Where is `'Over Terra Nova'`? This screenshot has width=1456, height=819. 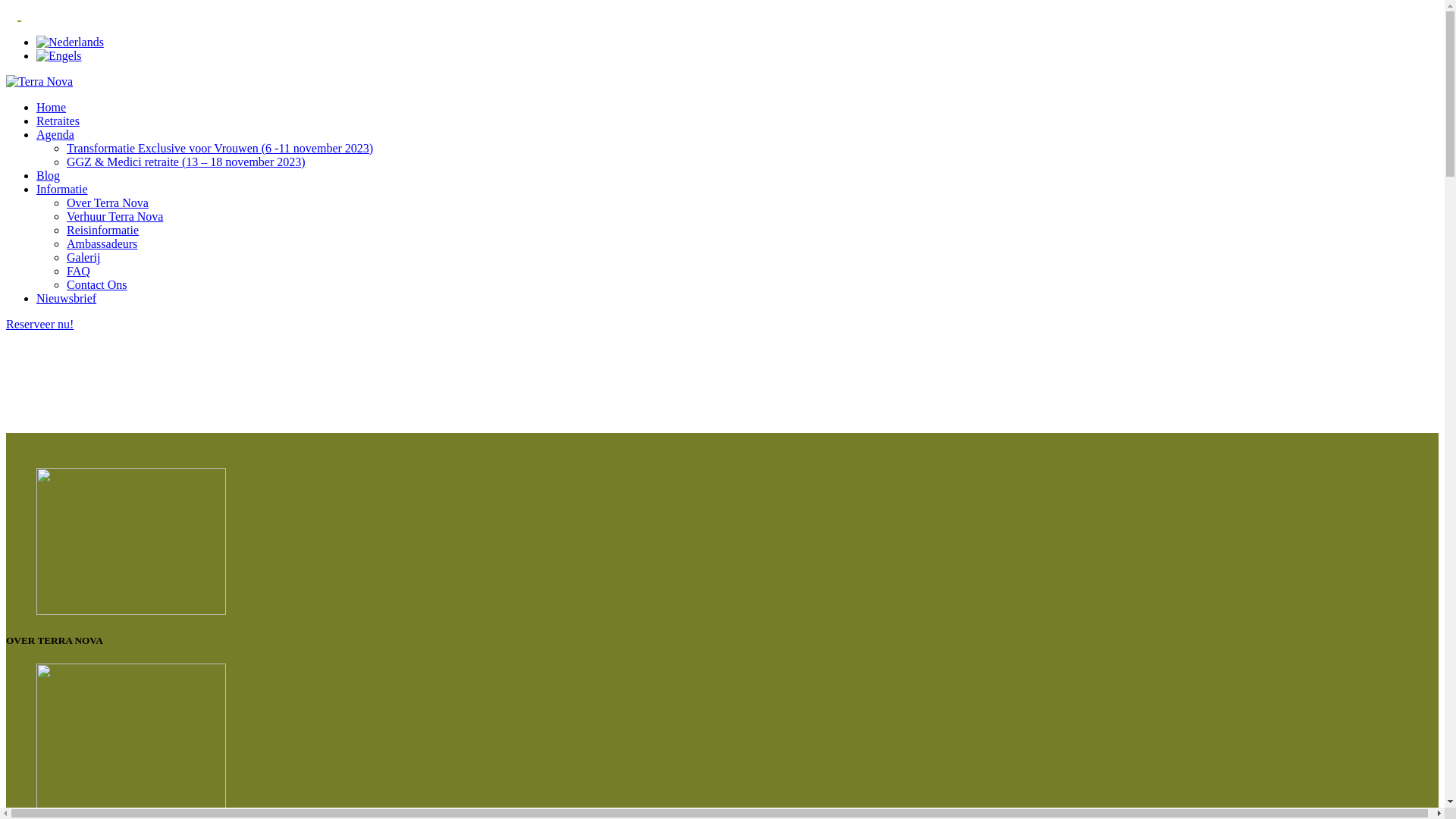
'Over Terra Nova' is located at coordinates (107, 202).